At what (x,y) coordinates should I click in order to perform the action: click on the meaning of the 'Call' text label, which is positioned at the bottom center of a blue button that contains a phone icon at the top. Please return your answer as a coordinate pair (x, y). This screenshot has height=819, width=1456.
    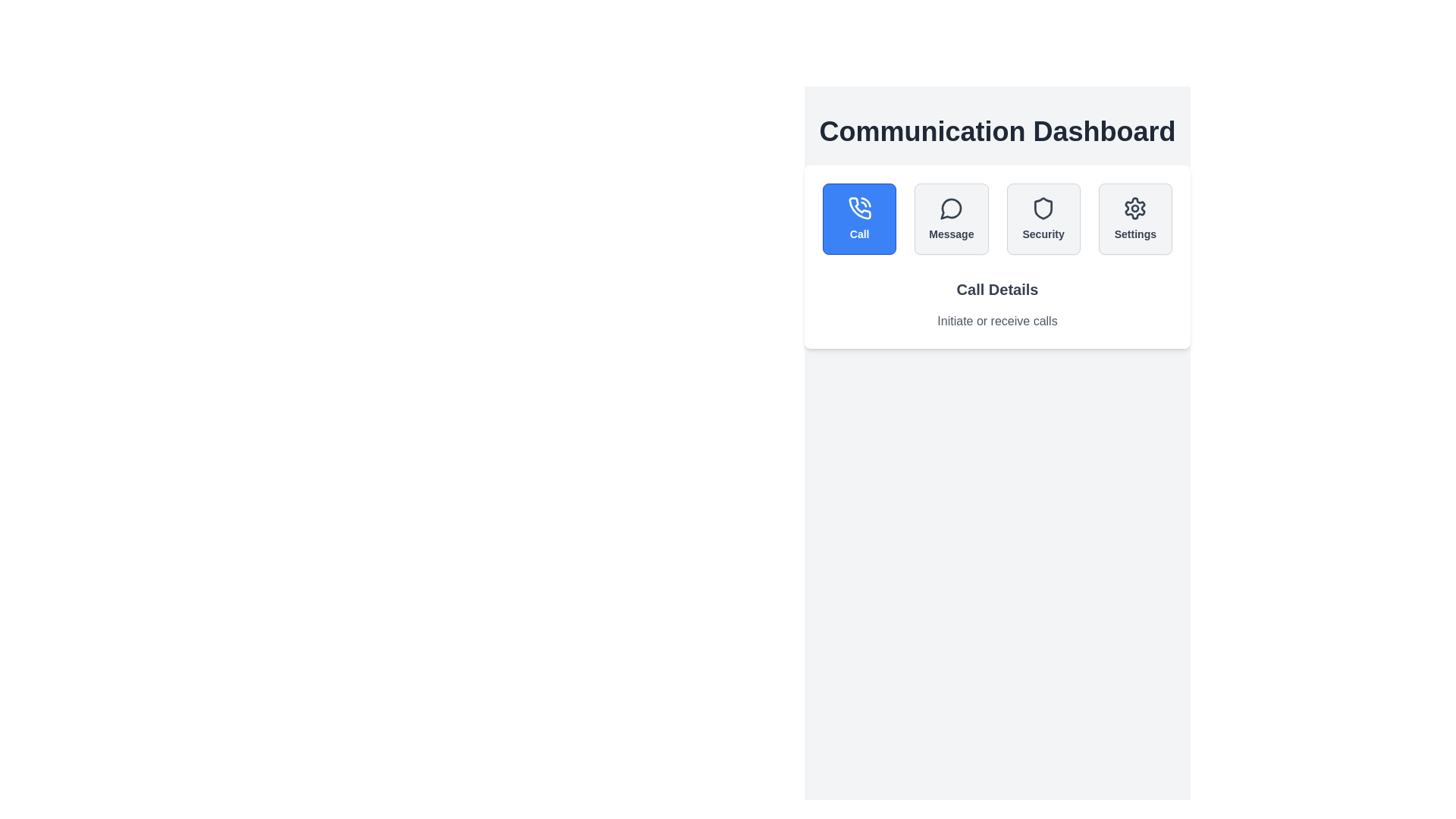
    Looking at the image, I should click on (859, 234).